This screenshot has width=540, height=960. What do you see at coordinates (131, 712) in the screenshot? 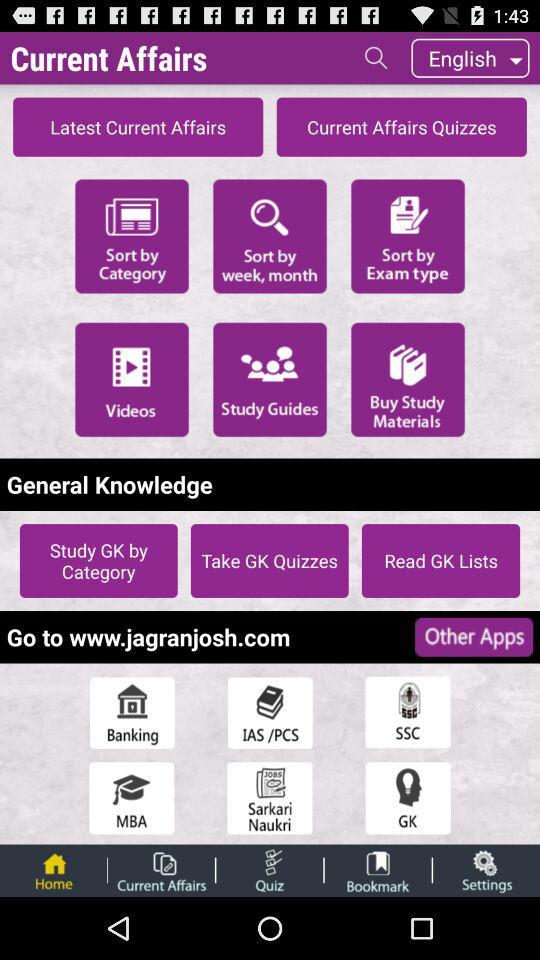
I see `banking option` at bounding box center [131, 712].